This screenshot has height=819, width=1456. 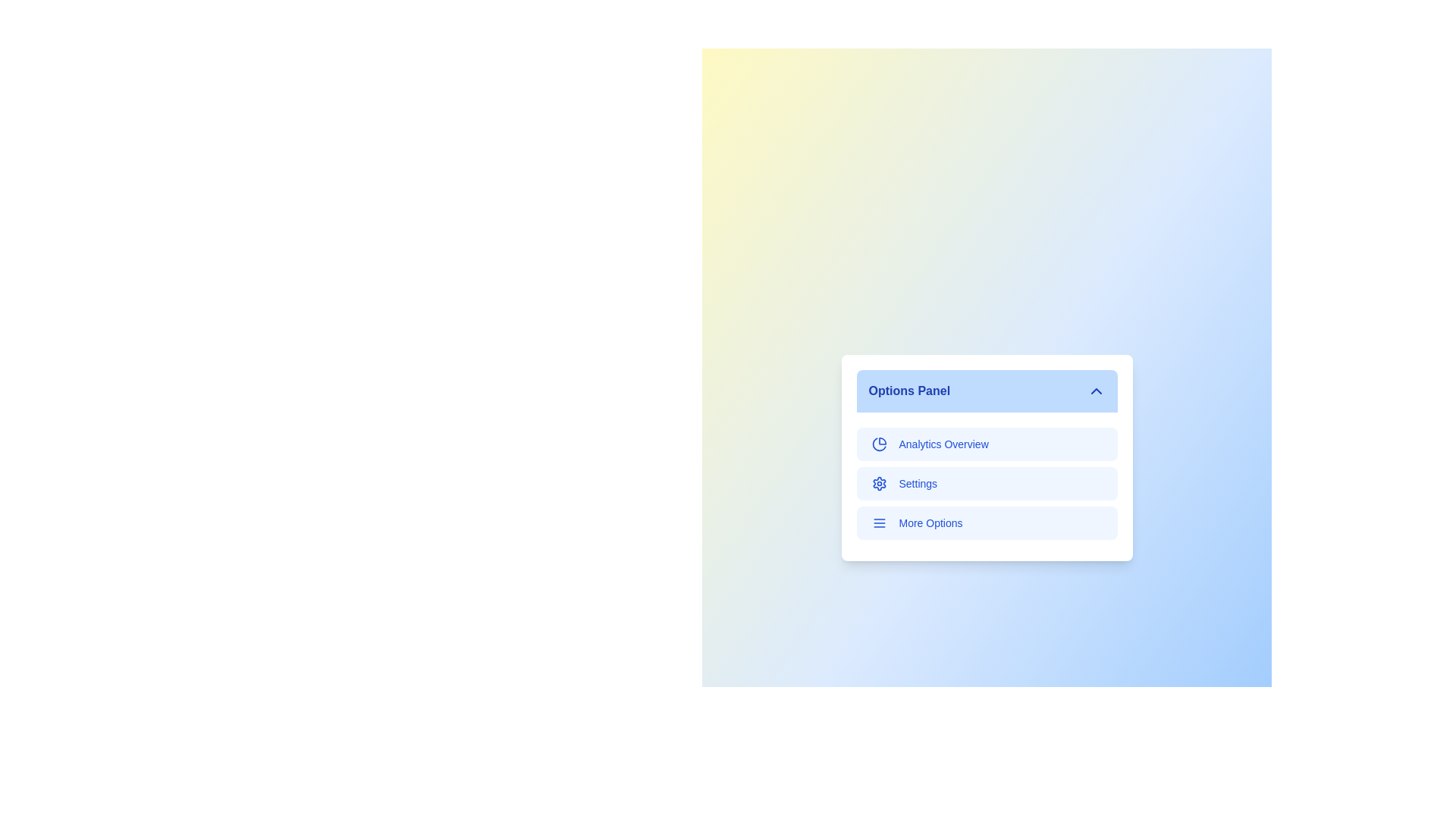 What do you see at coordinates (987, 483) in the screenshot?
I see `the 'Settings' menu item` at bounding box center [987, 483].